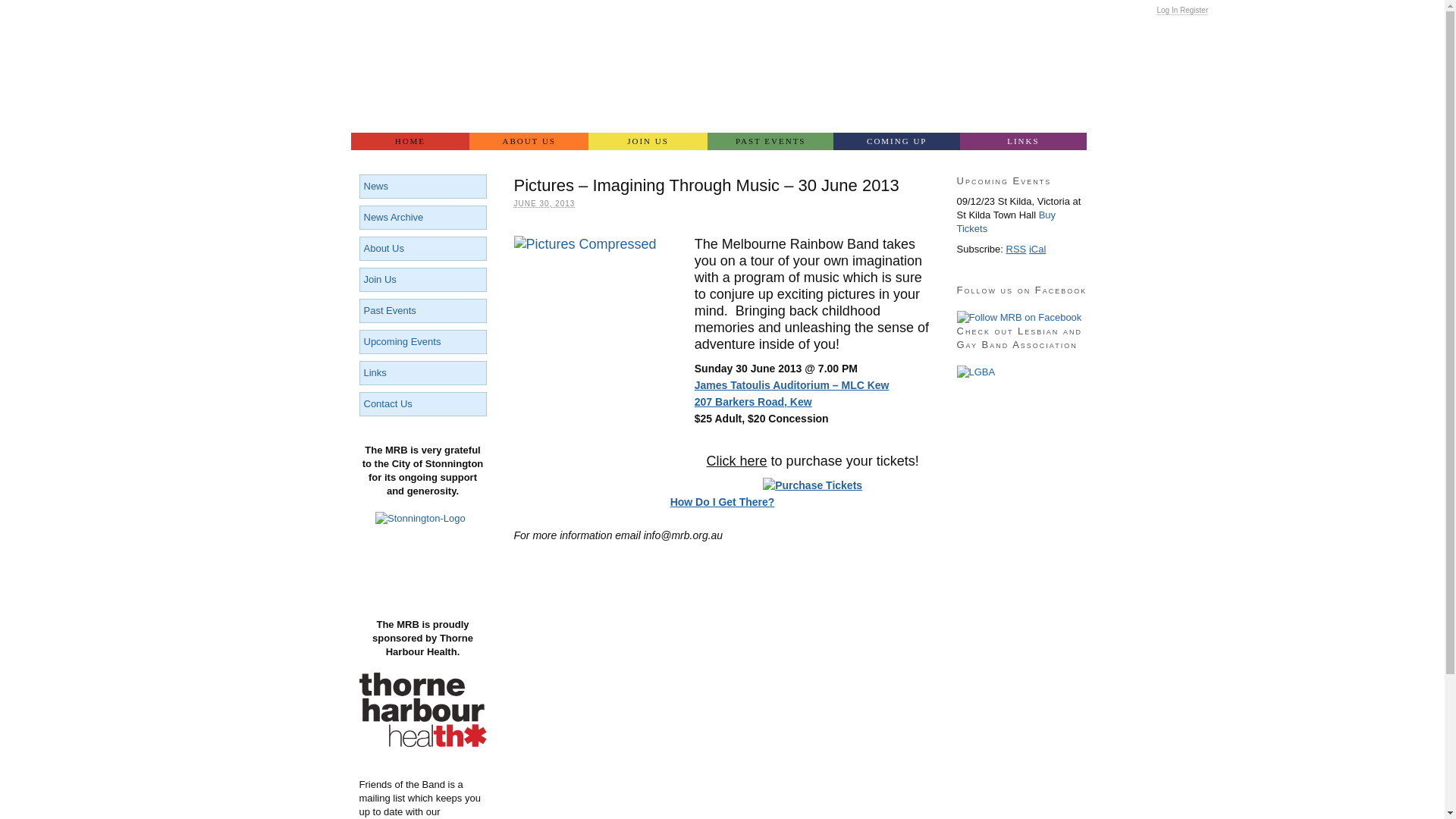 The height and width of the screenshot is (819, 1456). I want to click on 'HOME', so click(409, 141).